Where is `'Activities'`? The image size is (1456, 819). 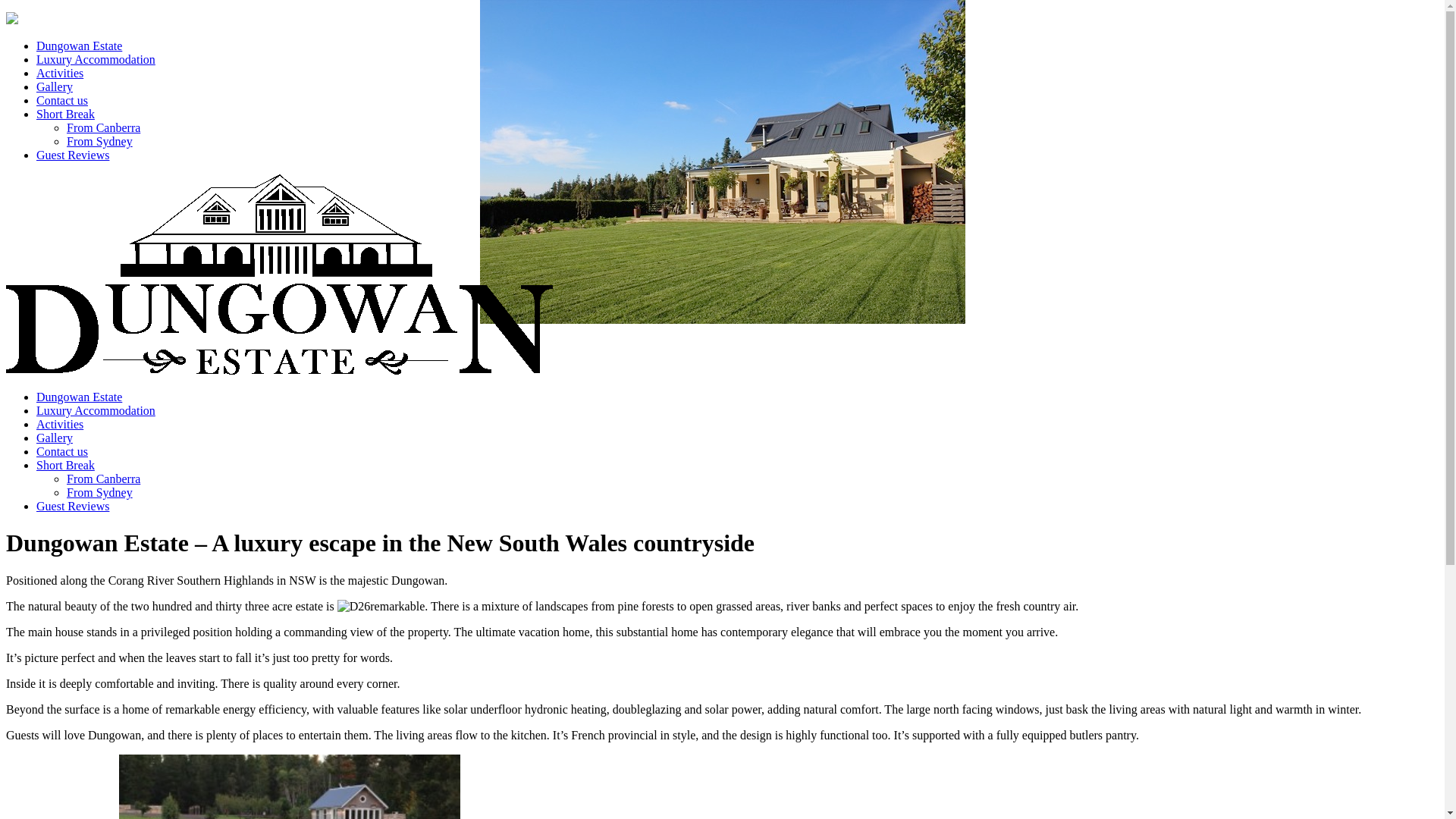
'Activities' is located at coordinates (59, 73).